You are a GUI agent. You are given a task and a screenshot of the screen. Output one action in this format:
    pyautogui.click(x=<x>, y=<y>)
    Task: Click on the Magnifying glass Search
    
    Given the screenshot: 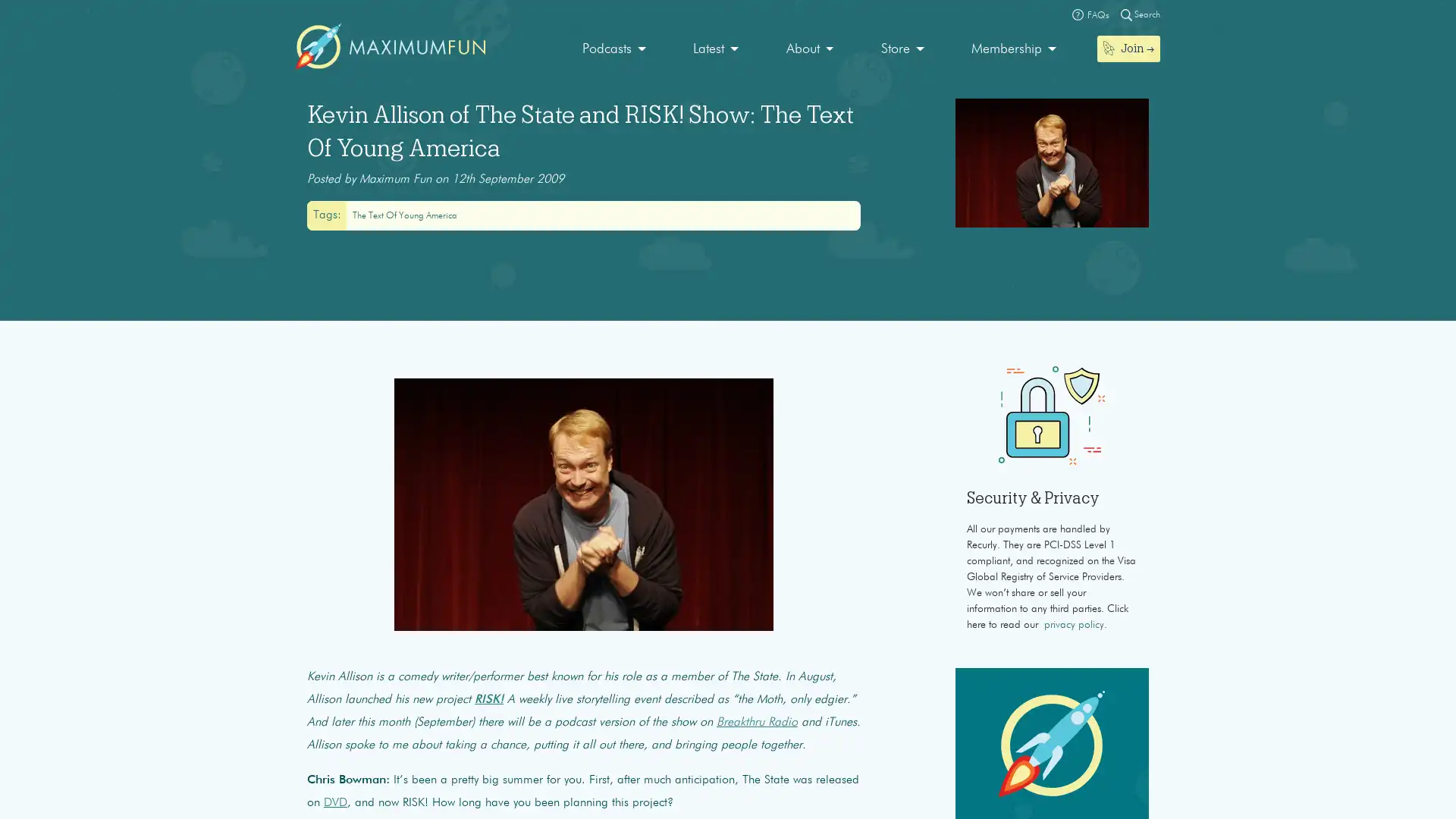 What is the action you would take?
    pyautogui.click(x=1140, y=14)
    